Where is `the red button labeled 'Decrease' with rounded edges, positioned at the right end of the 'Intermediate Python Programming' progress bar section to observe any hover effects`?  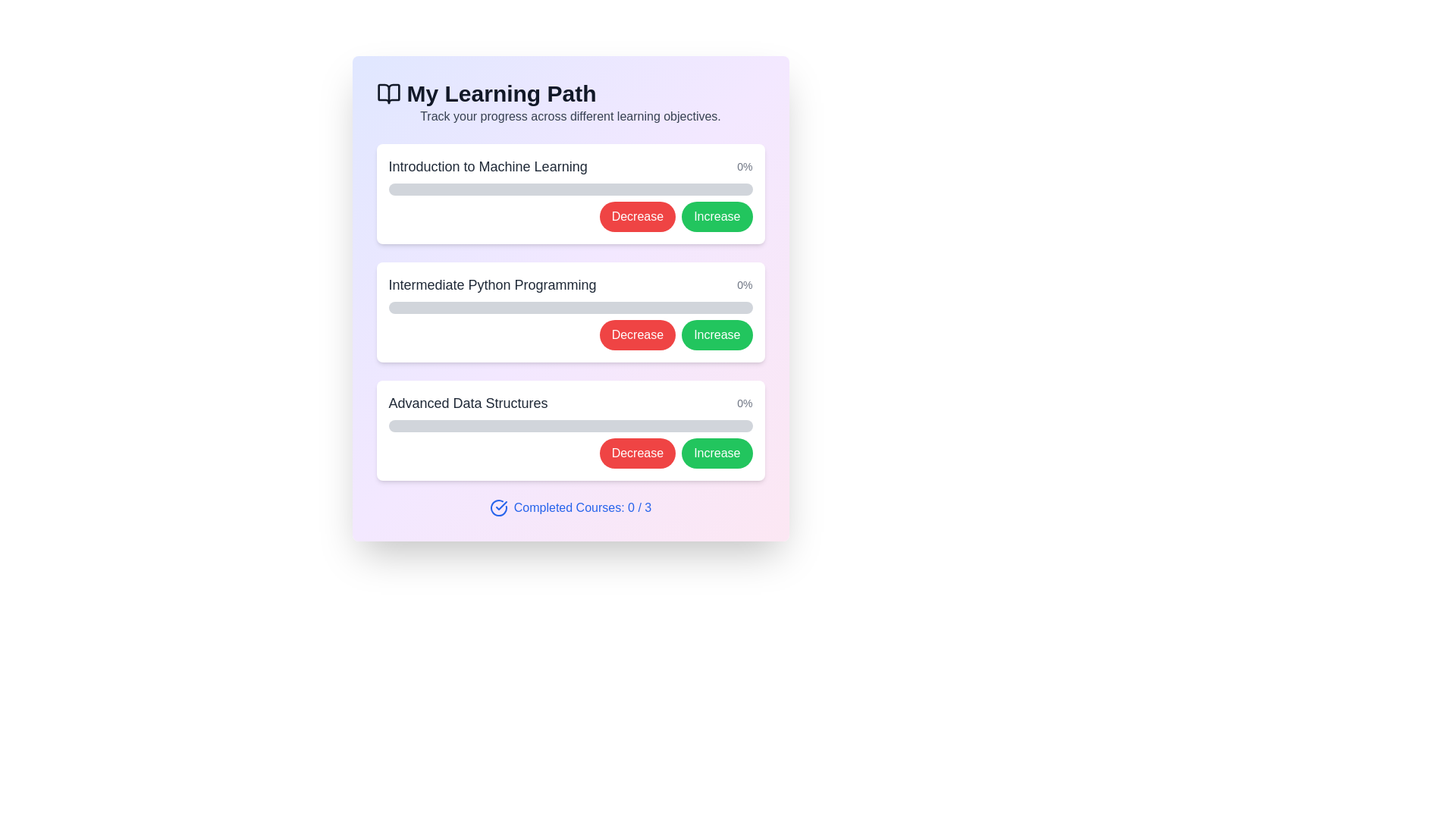
the red button labeled 'Decrease' with rounded edges, positioned at the right end of the 'Intermediate Python Programming' progress bar section to observe any hover effects is located at coordinates (637, 334).